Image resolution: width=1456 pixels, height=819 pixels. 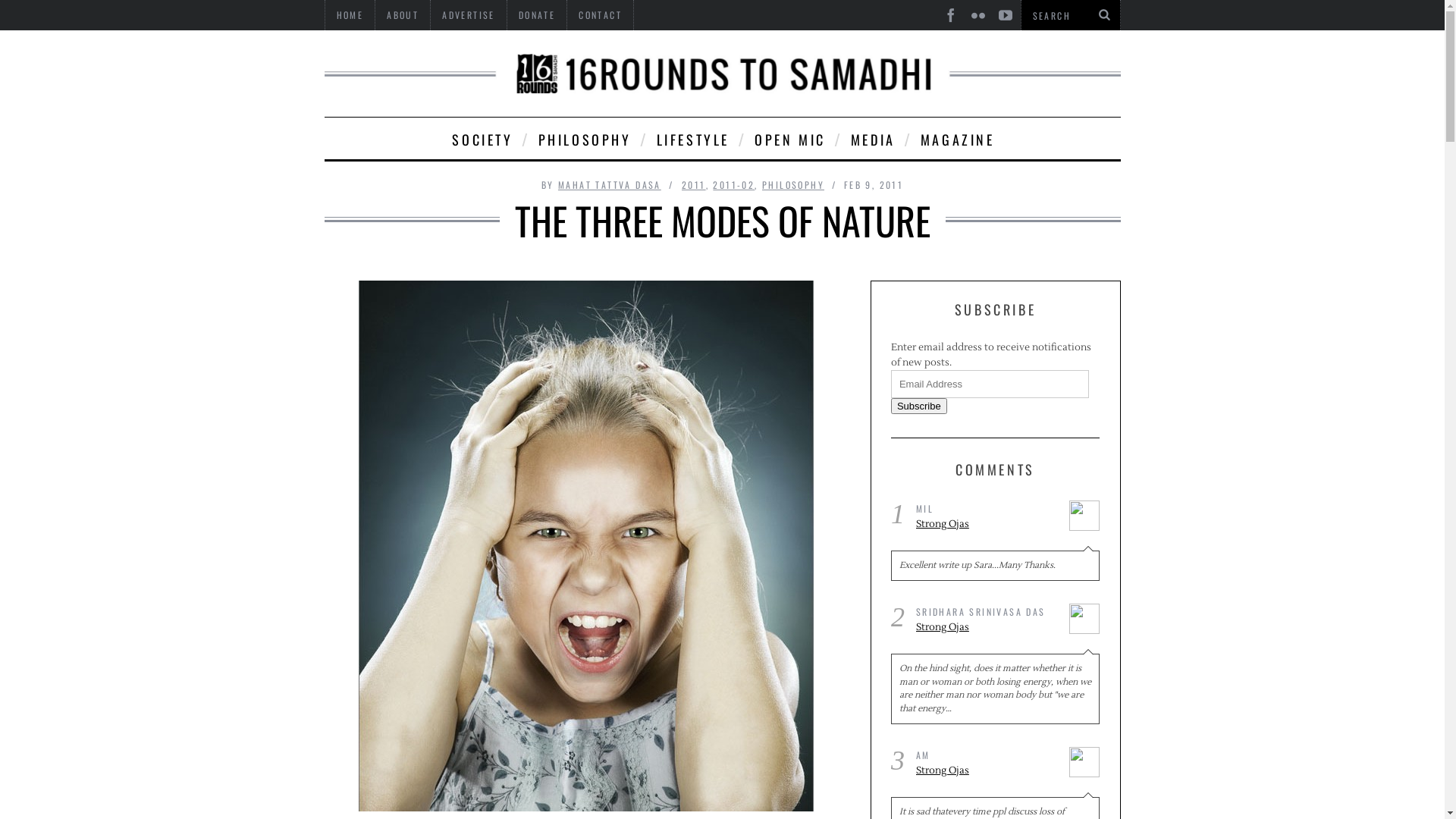 What do you see at coordinates (680, 184) in the screenshot?
I see `'2011'` at bounding box center [680, 184].